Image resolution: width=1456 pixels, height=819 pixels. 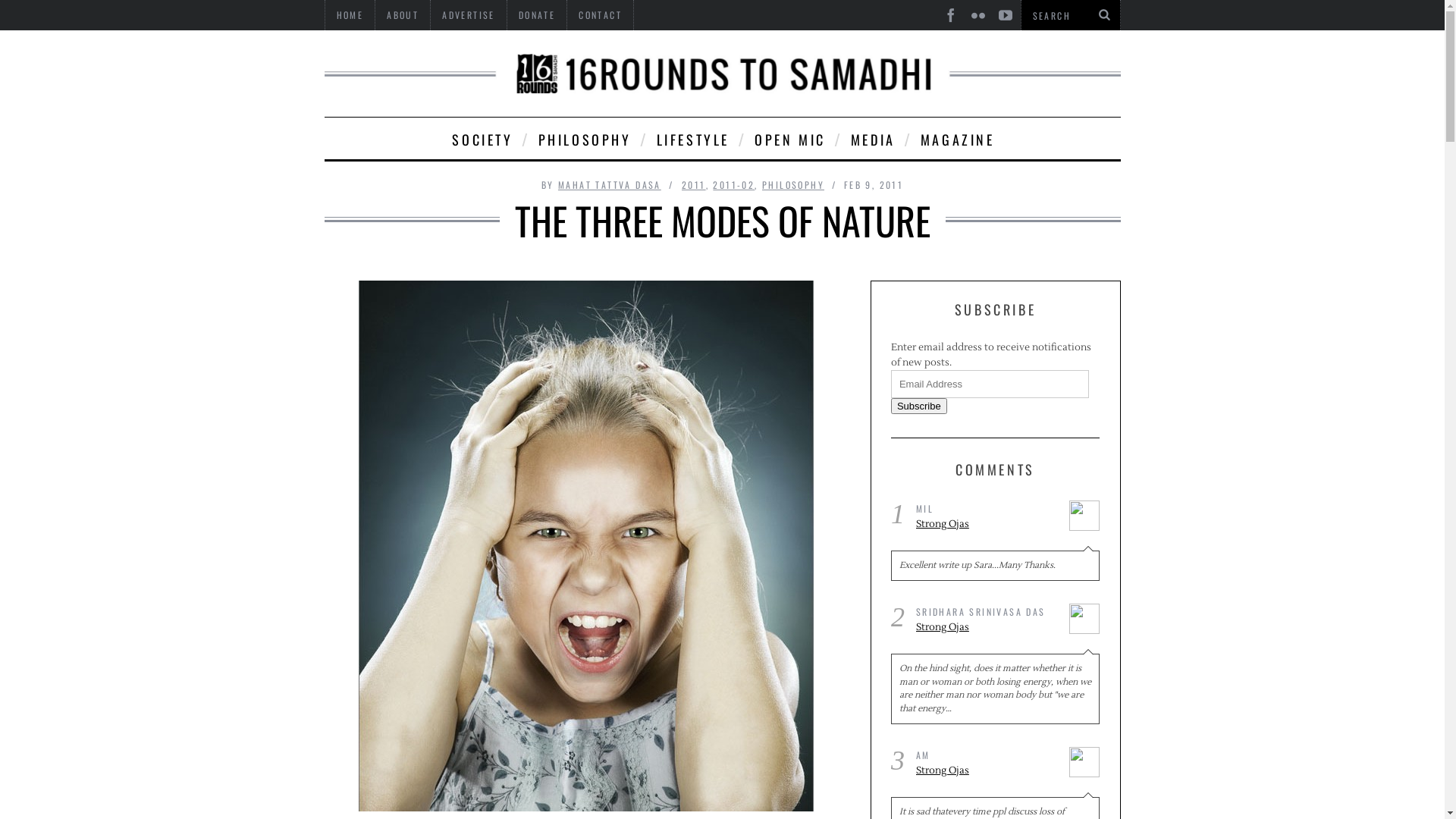 What do you see at coordinates (680, 184) in the screenshot?
I see `'2011'` at bounding box center [680, 184].